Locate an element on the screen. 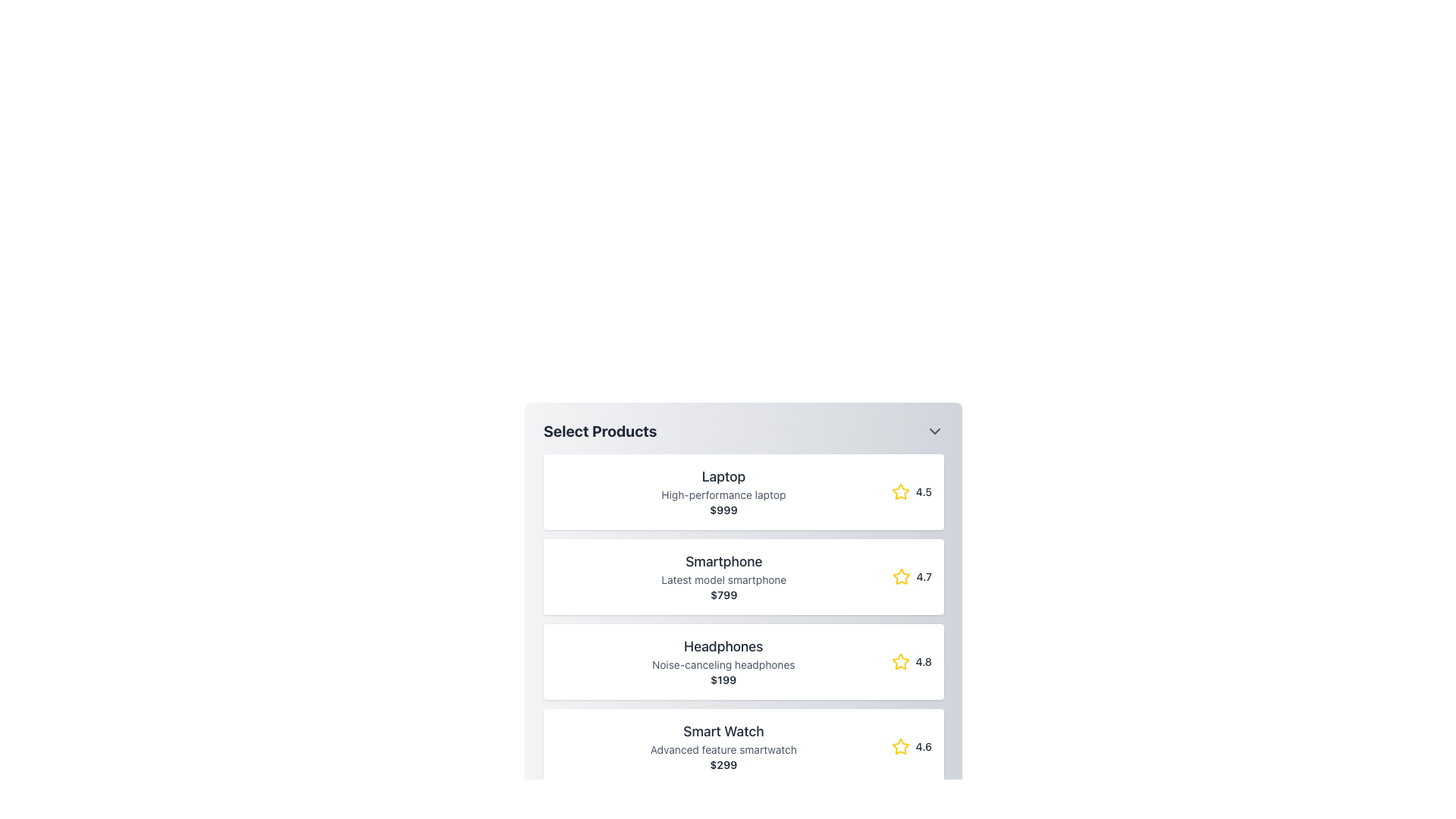 The image size is (1456, 819). the 'Smartphone' Text Display element in the product list is located at coordinates (723, 576).